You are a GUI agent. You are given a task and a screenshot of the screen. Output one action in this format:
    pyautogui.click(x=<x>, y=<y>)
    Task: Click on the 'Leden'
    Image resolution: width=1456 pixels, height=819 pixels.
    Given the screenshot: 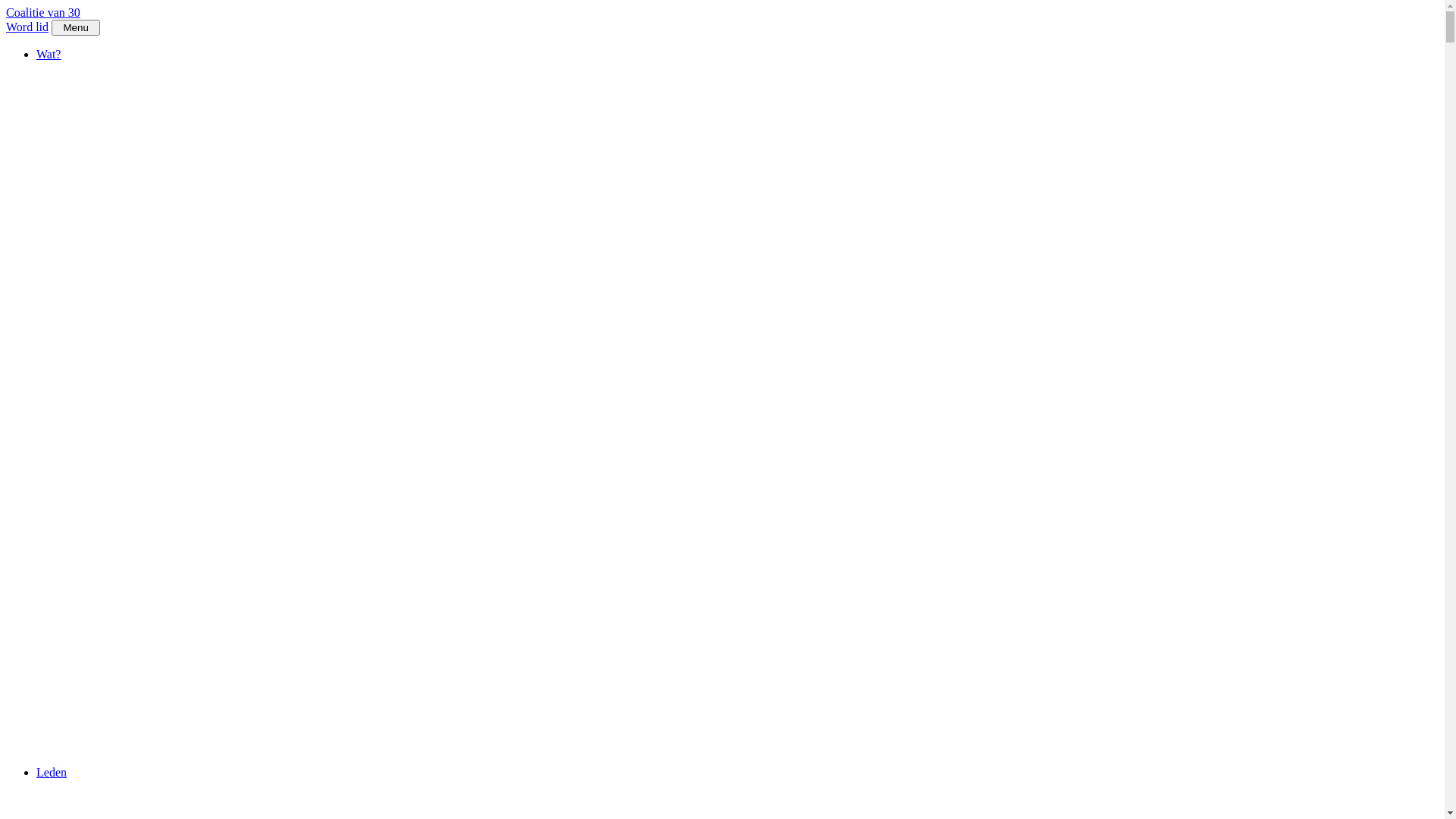 What is the action you would take?
    pyautogui.click(x=51, y=772)
    